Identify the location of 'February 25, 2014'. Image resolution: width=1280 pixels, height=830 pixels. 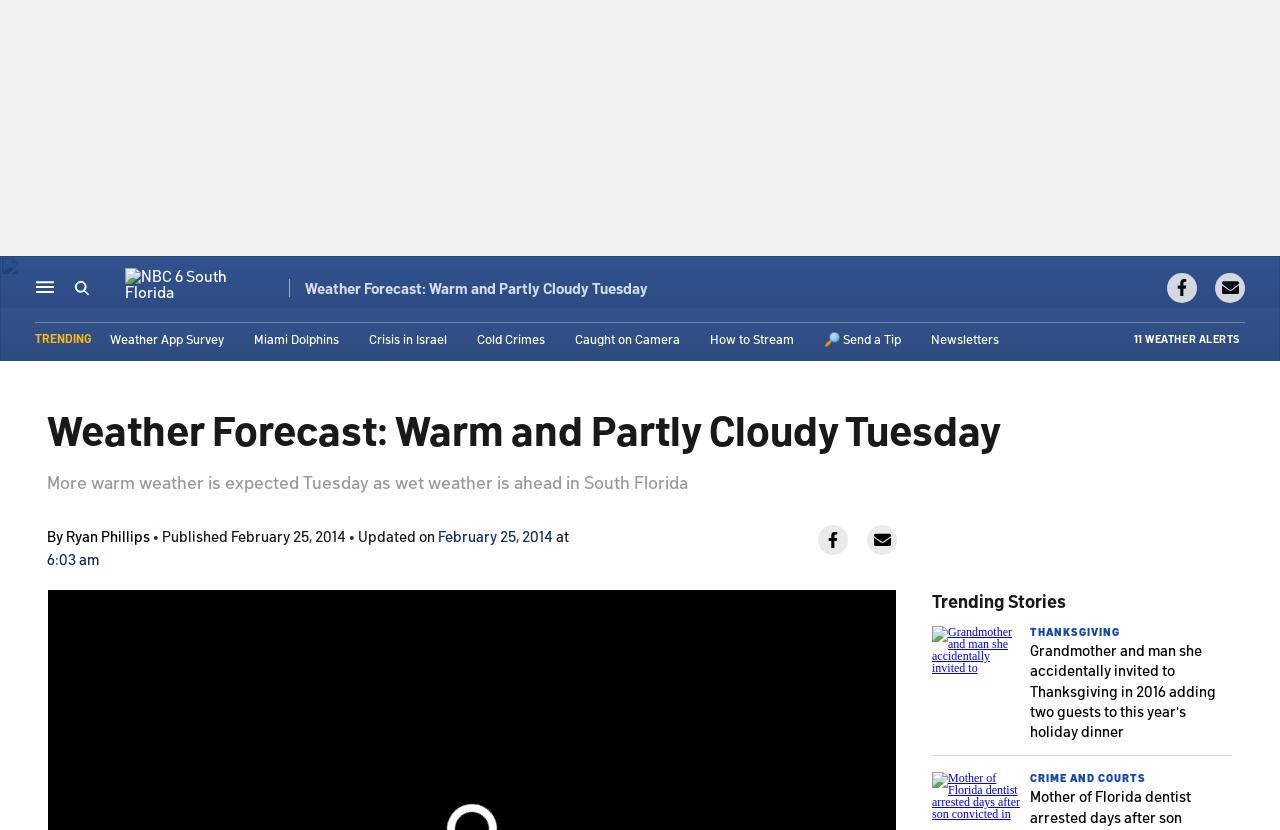
(495, 535).